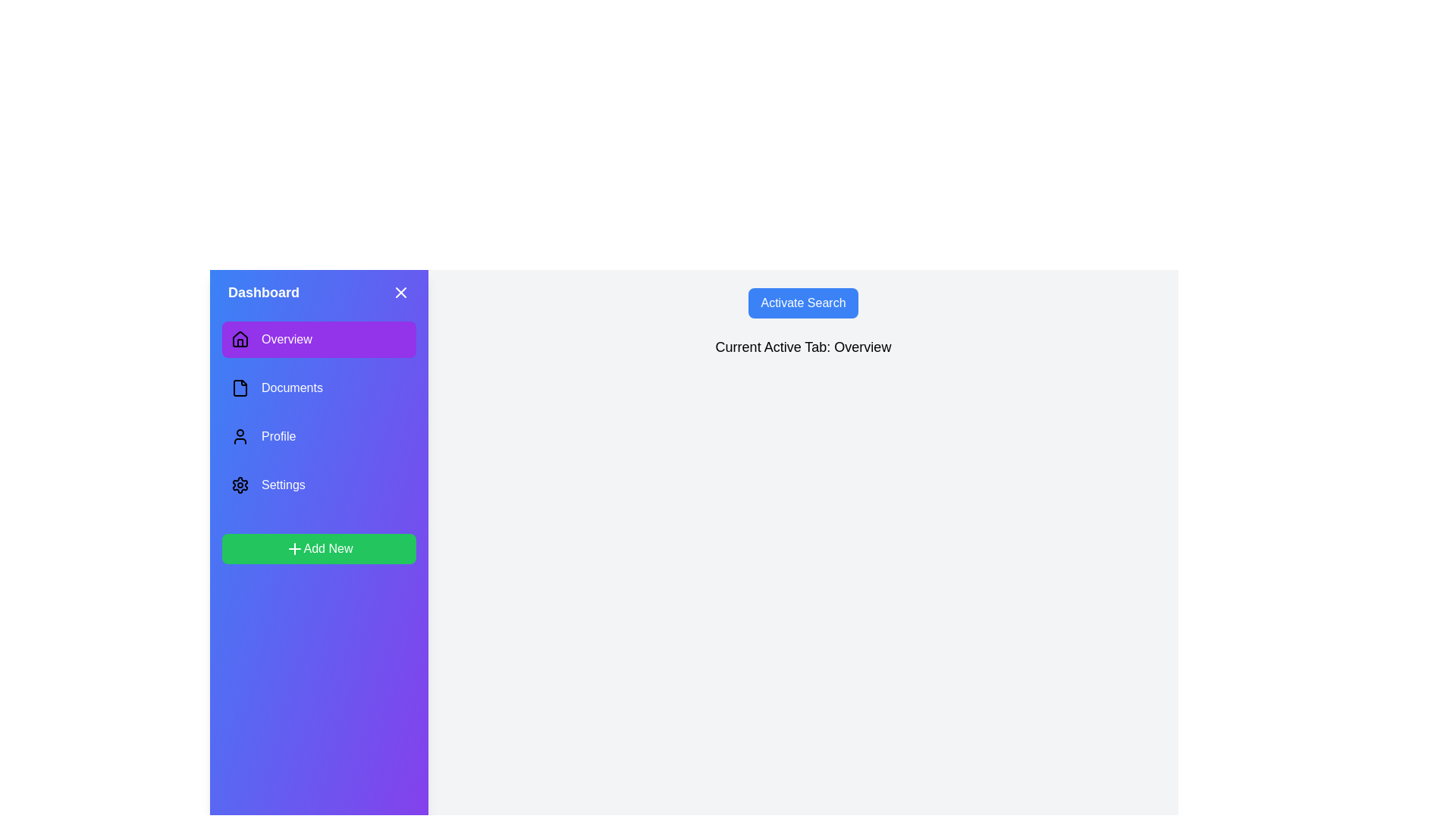  Describe the element at coordinates (400, 292) in the screenshot. I see `the 'X' shaped icon located in the top-right corner of the side navigation panel near the 'Dashboard' title` at that location.